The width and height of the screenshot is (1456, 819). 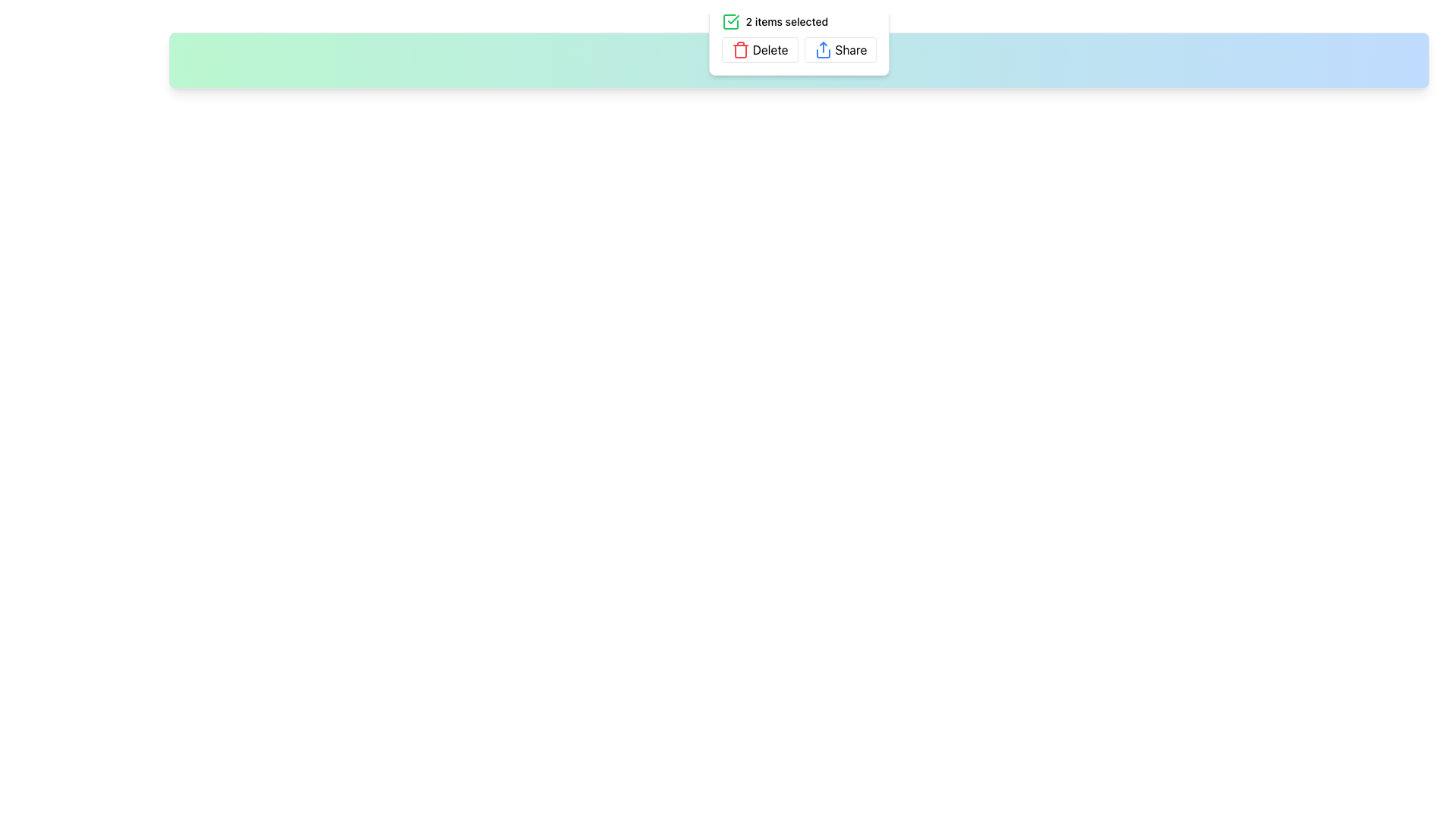 I want to click on the 'Delete' label that is prominently styled in black and positioned between a trash can icon and a 'Share' button, so click(x=770, y=49).